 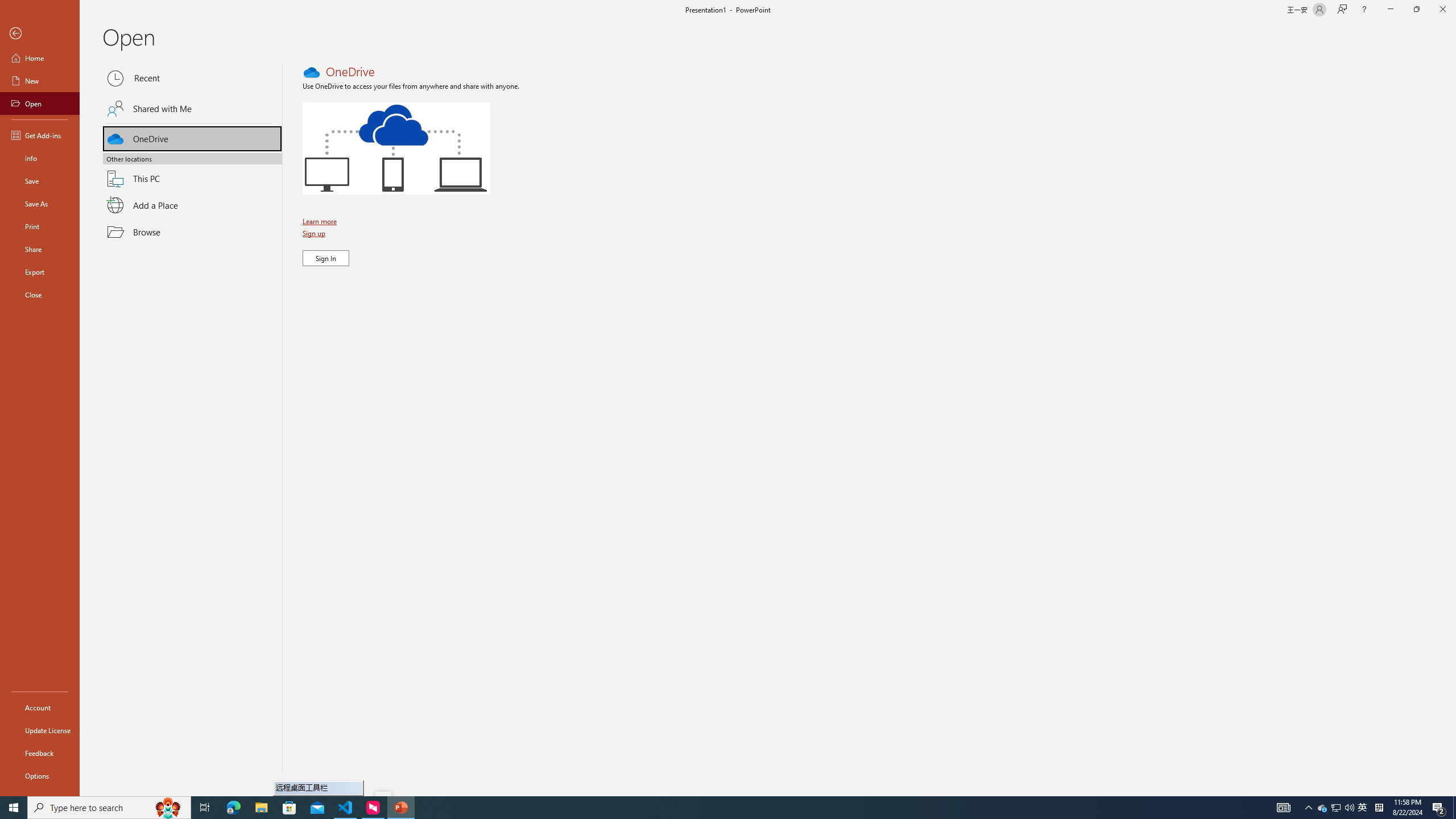 I want to click on 'Learn more', so click(x=320, y=221).